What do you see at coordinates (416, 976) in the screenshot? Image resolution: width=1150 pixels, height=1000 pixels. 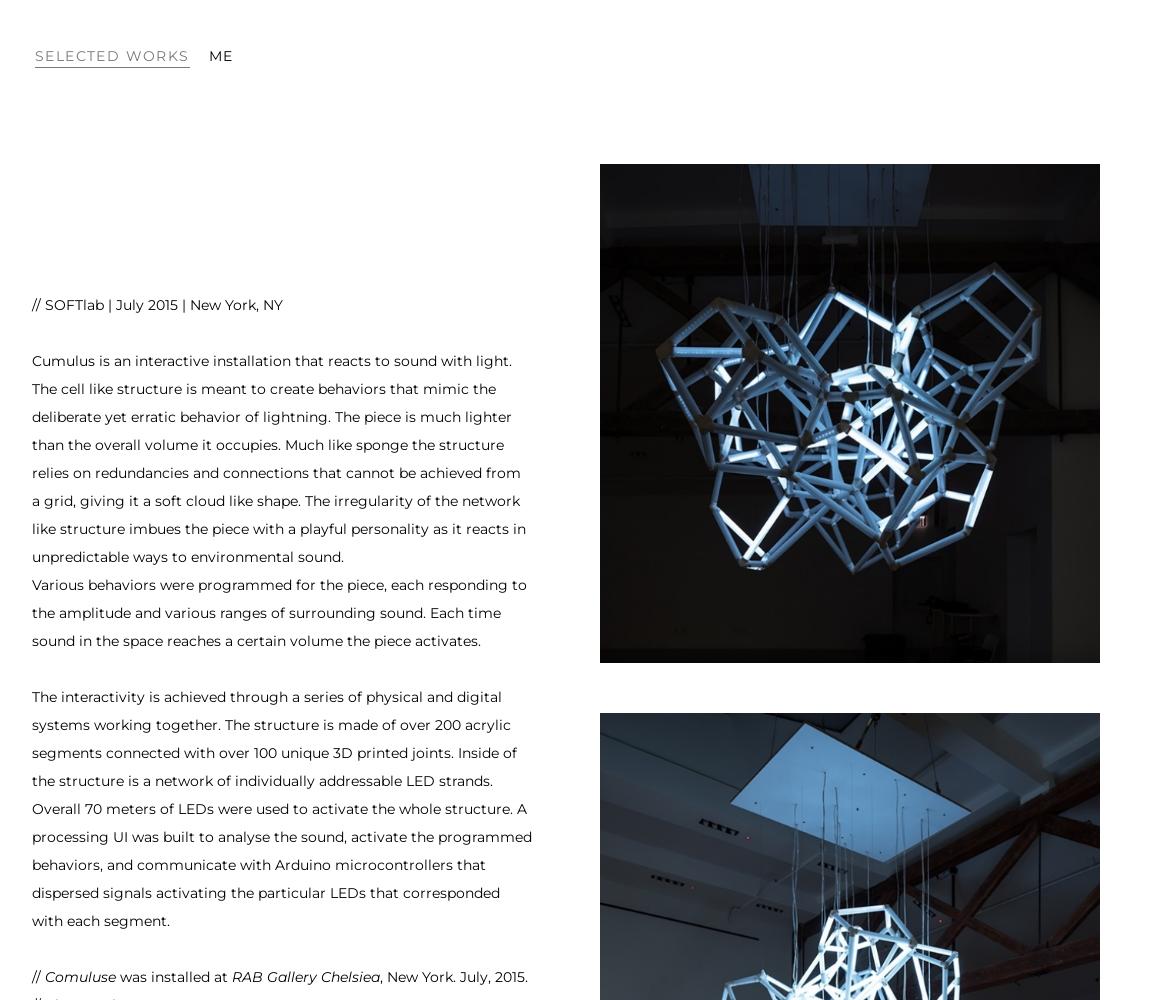 I see `', New York'` at bounding box center [416, 976].